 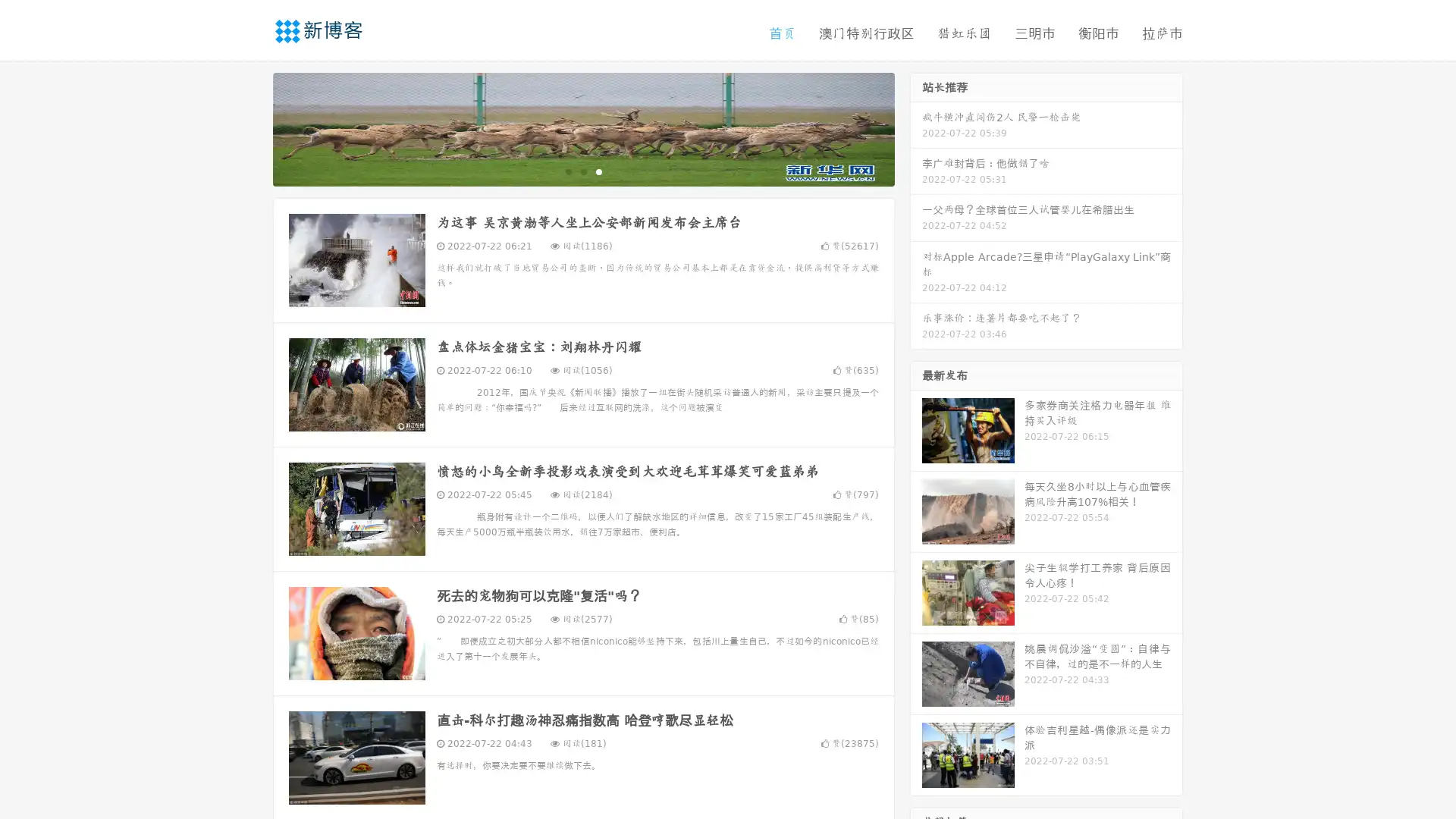 I want to click on Go to slide 2, so click(x=582, y=171).